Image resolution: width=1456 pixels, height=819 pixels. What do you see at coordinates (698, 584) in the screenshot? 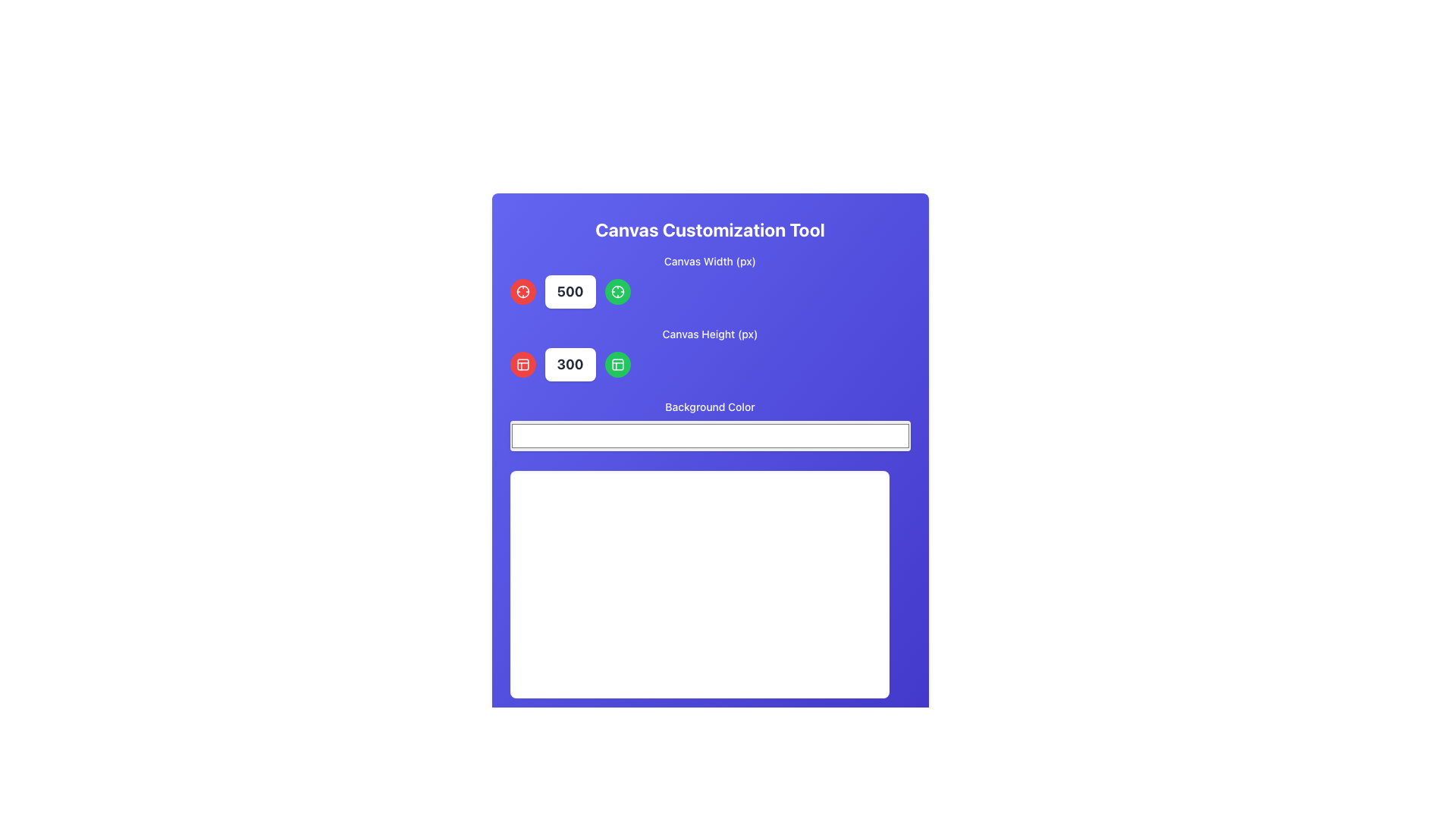
I see `the rectangular white content box with rounded corners, located below the 'Background Color' selection field in the Canvas Customization Tool interface` at bounding box center [698, 584].